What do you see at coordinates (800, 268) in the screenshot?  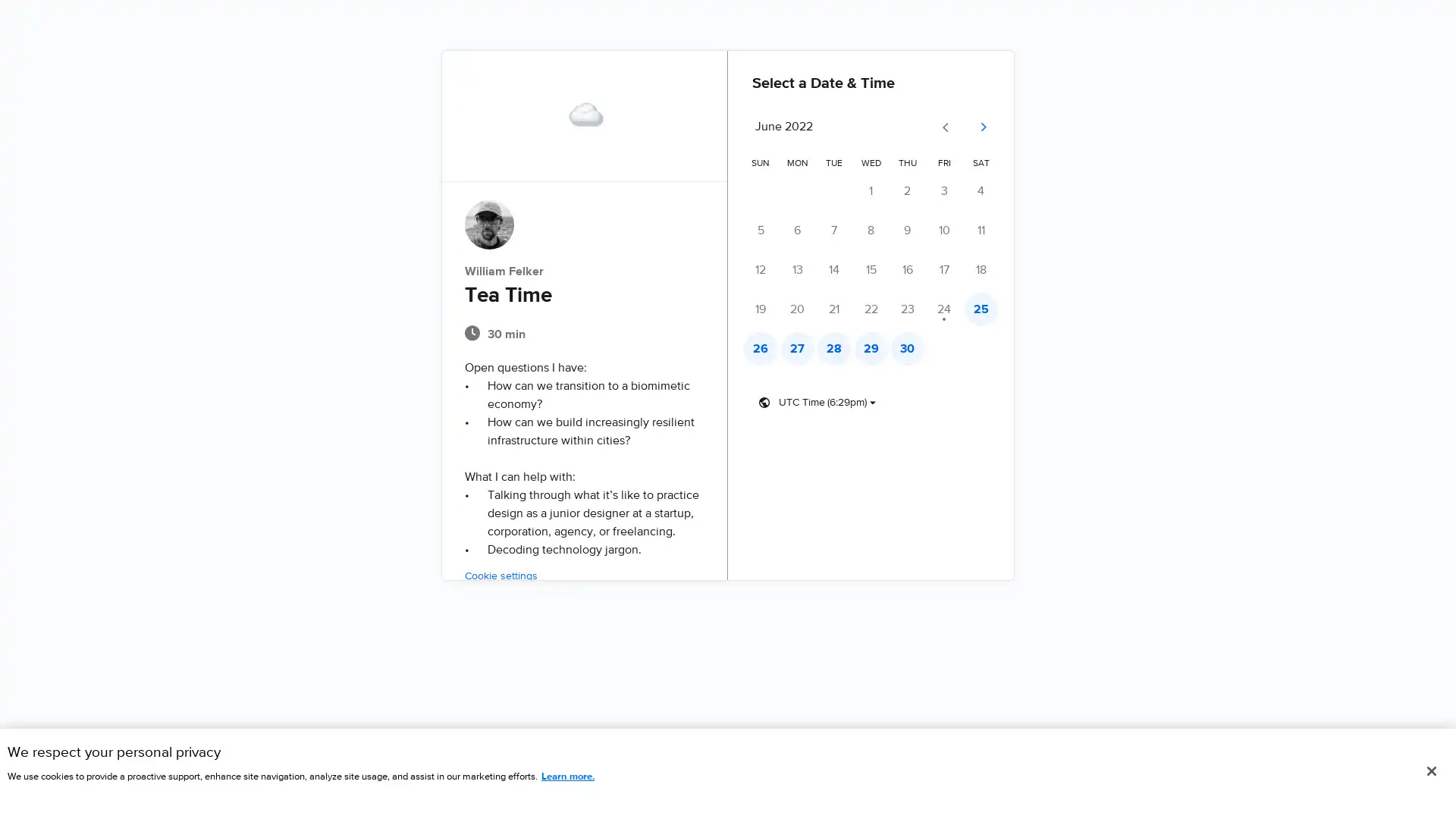 I see `Monday, June 13 - No times available` at bounding box center [800, 268].